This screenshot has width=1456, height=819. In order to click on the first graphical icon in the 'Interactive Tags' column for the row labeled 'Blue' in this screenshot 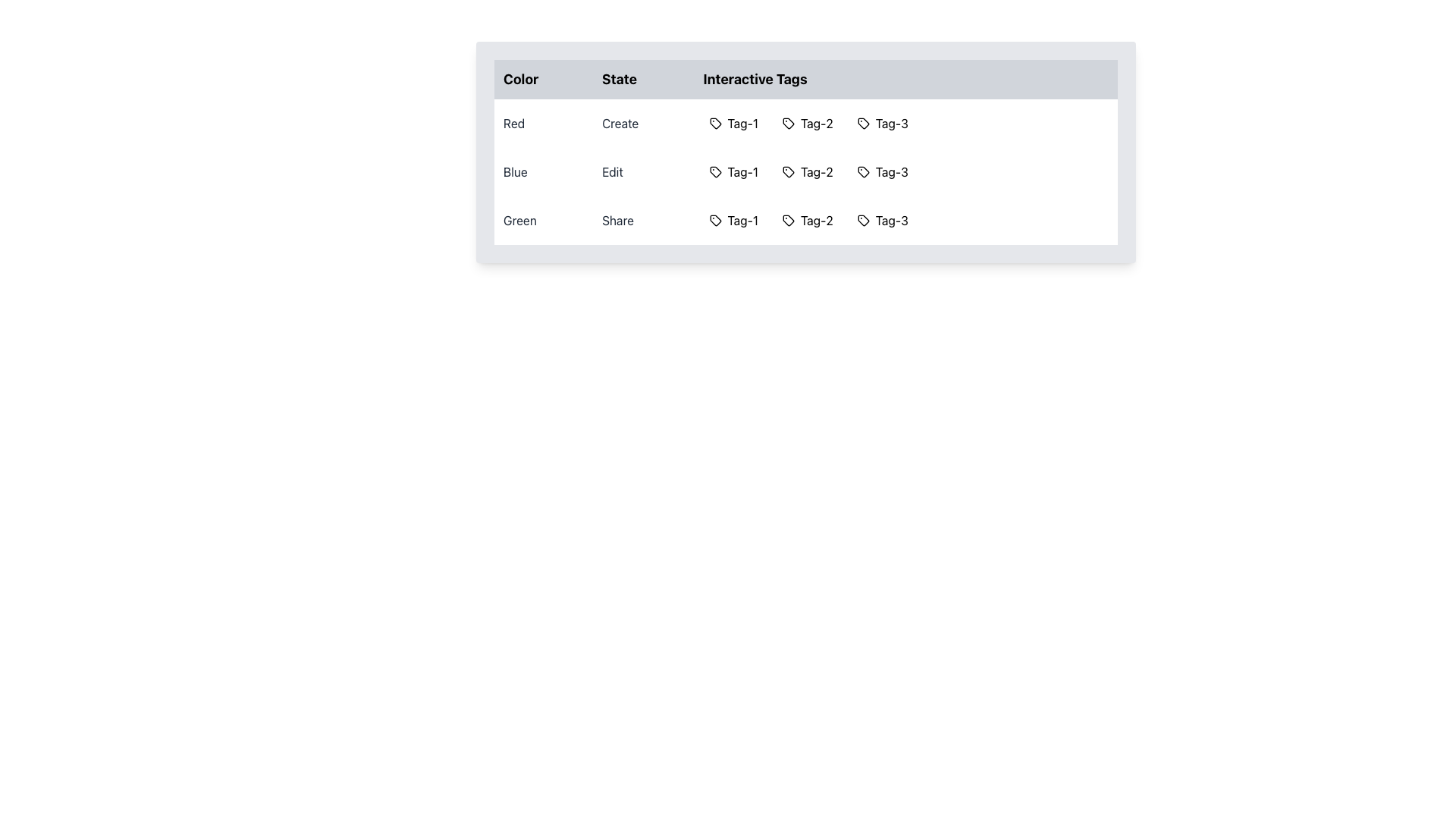, I will do `click(714, 171)`.